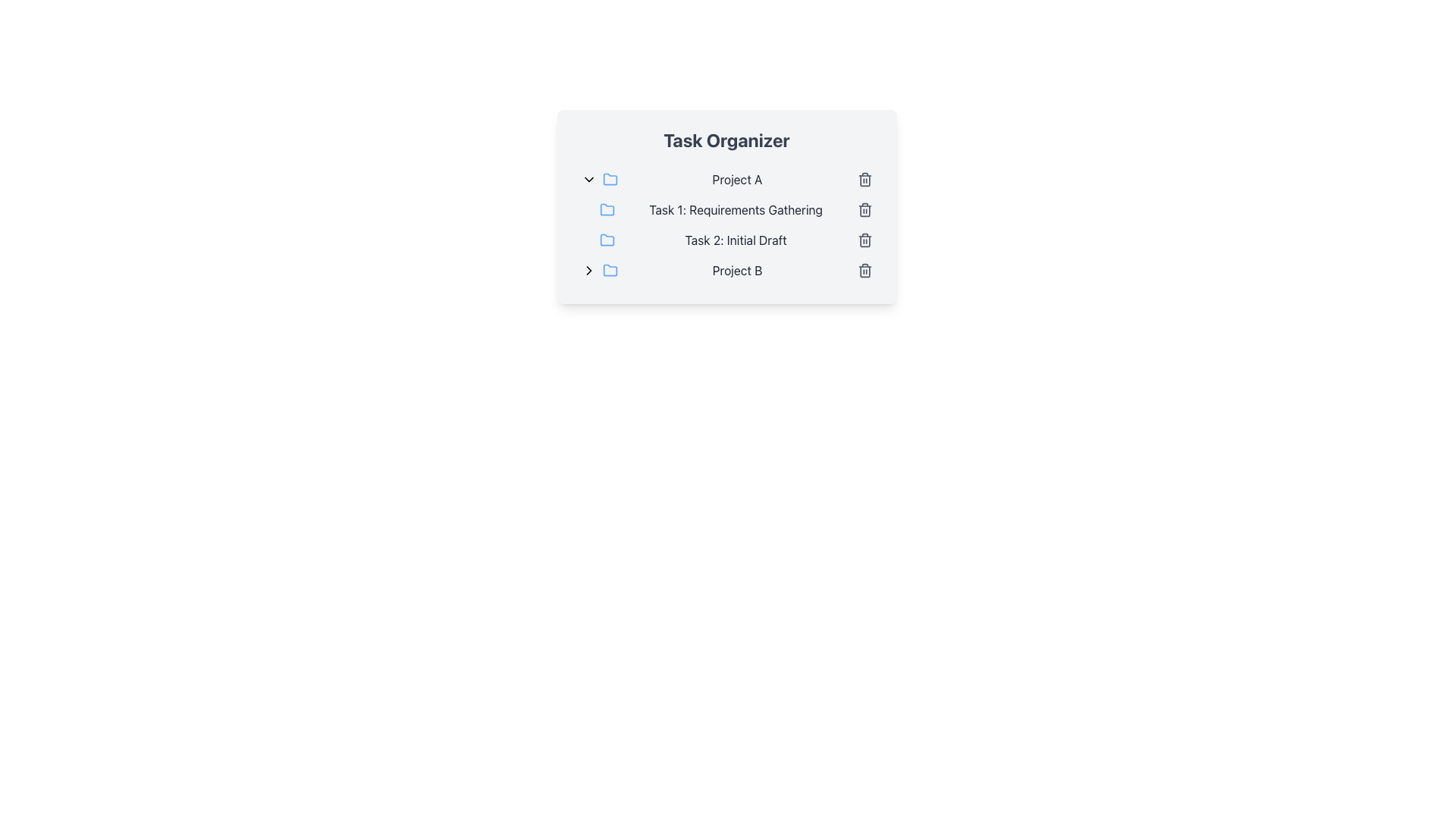 The image size is (1456, 819). I want to click on the chevron arrow icon, so click(588, 270).